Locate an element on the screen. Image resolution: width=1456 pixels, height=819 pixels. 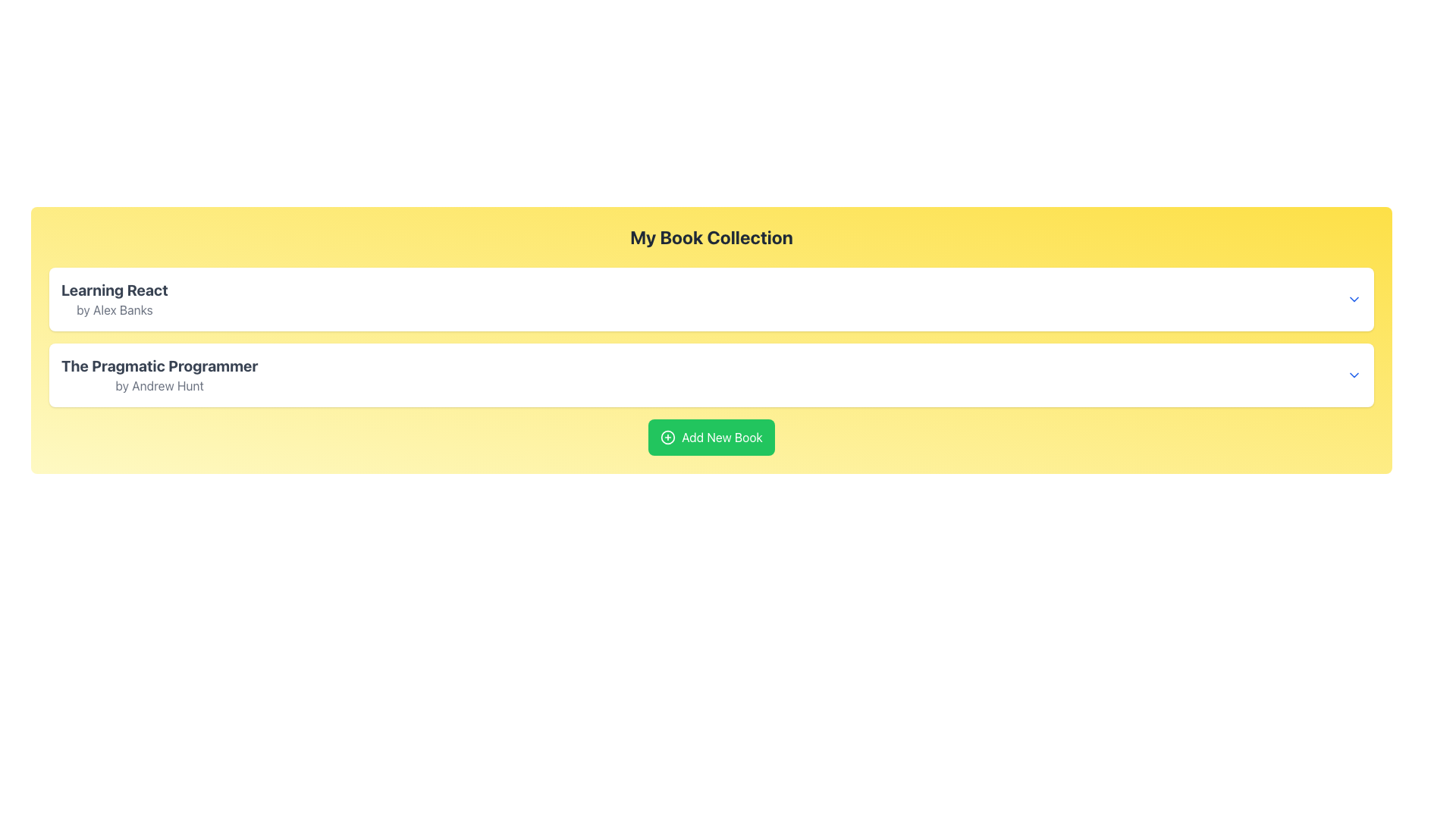
the text label reading 'The Pragmatic Programmer', which is styled with a bold font and dark gray color, positioned above the author name 'by Andrew Hunt' in the book list under 'My Book Collection' is located at coordinates (159, 366).